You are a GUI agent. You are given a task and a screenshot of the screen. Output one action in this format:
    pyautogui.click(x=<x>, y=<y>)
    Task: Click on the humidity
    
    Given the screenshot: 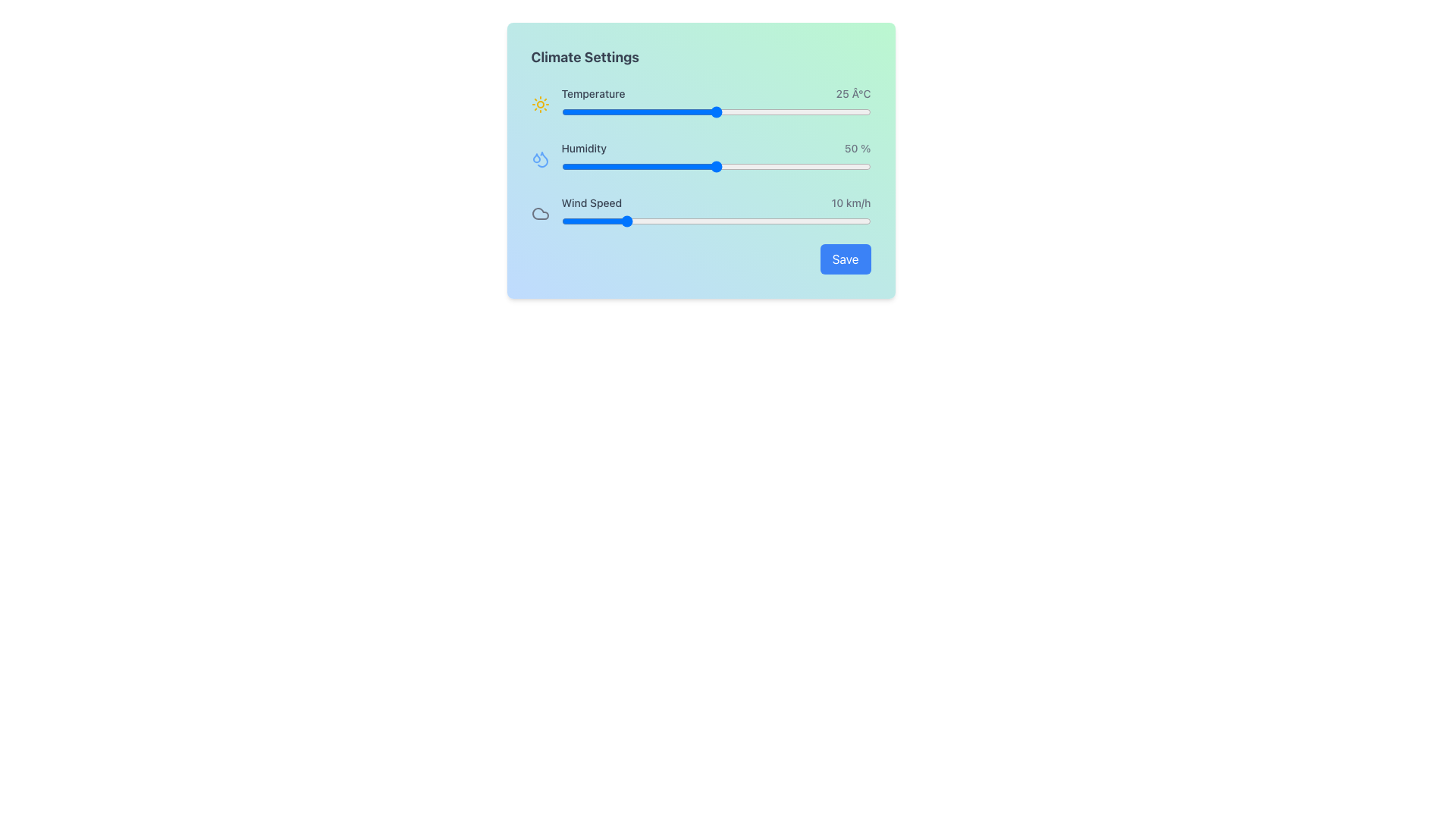 What is the action you would take?
    pyautogui.click(x=738, y=166)
    